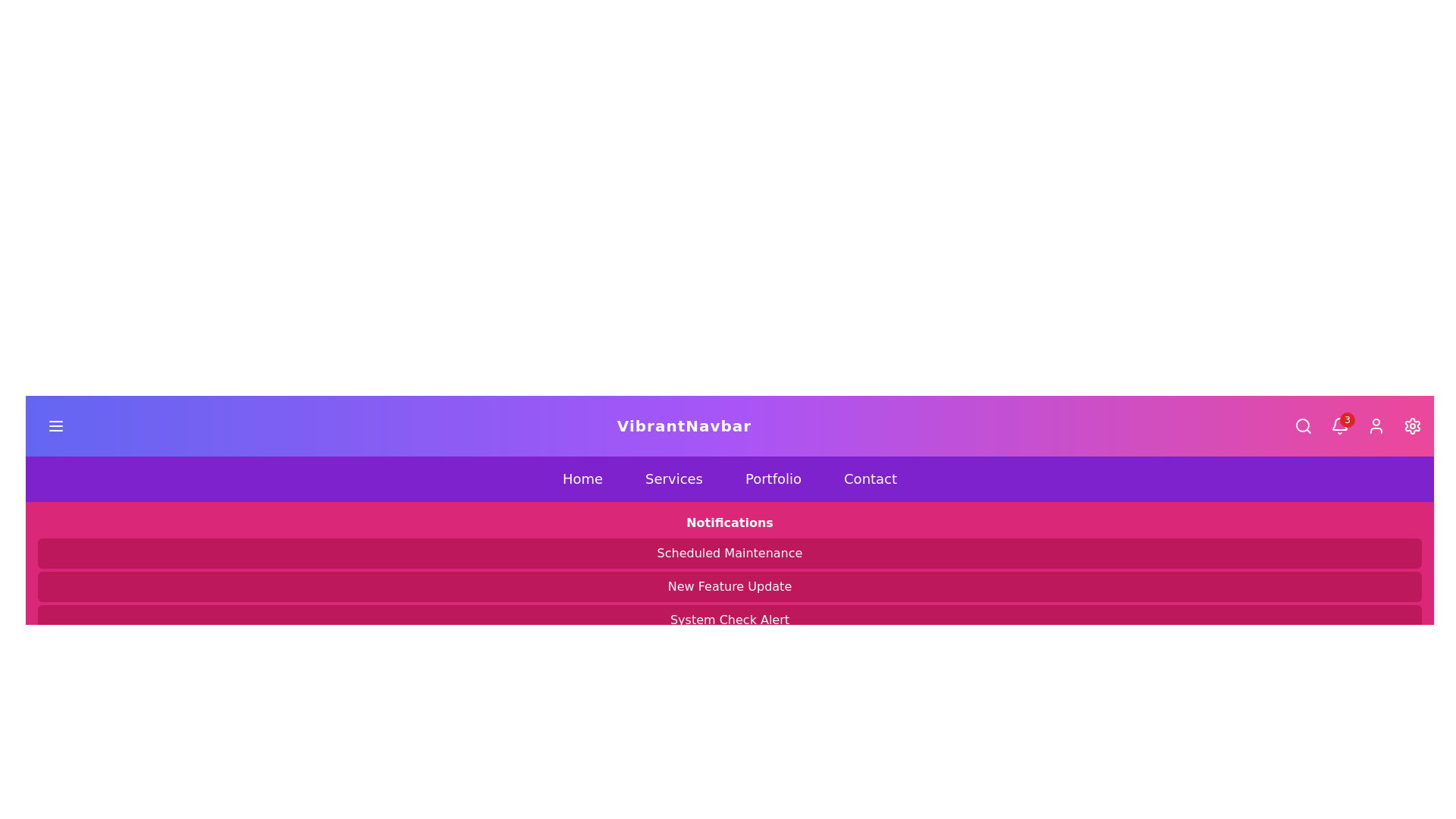  What do you see at coordinates (1302, 425) in the screenshot?
I see `the decorative circular component enhancing the search icon in the top-right corner of the navbar` at bounding box center [1302, 425].